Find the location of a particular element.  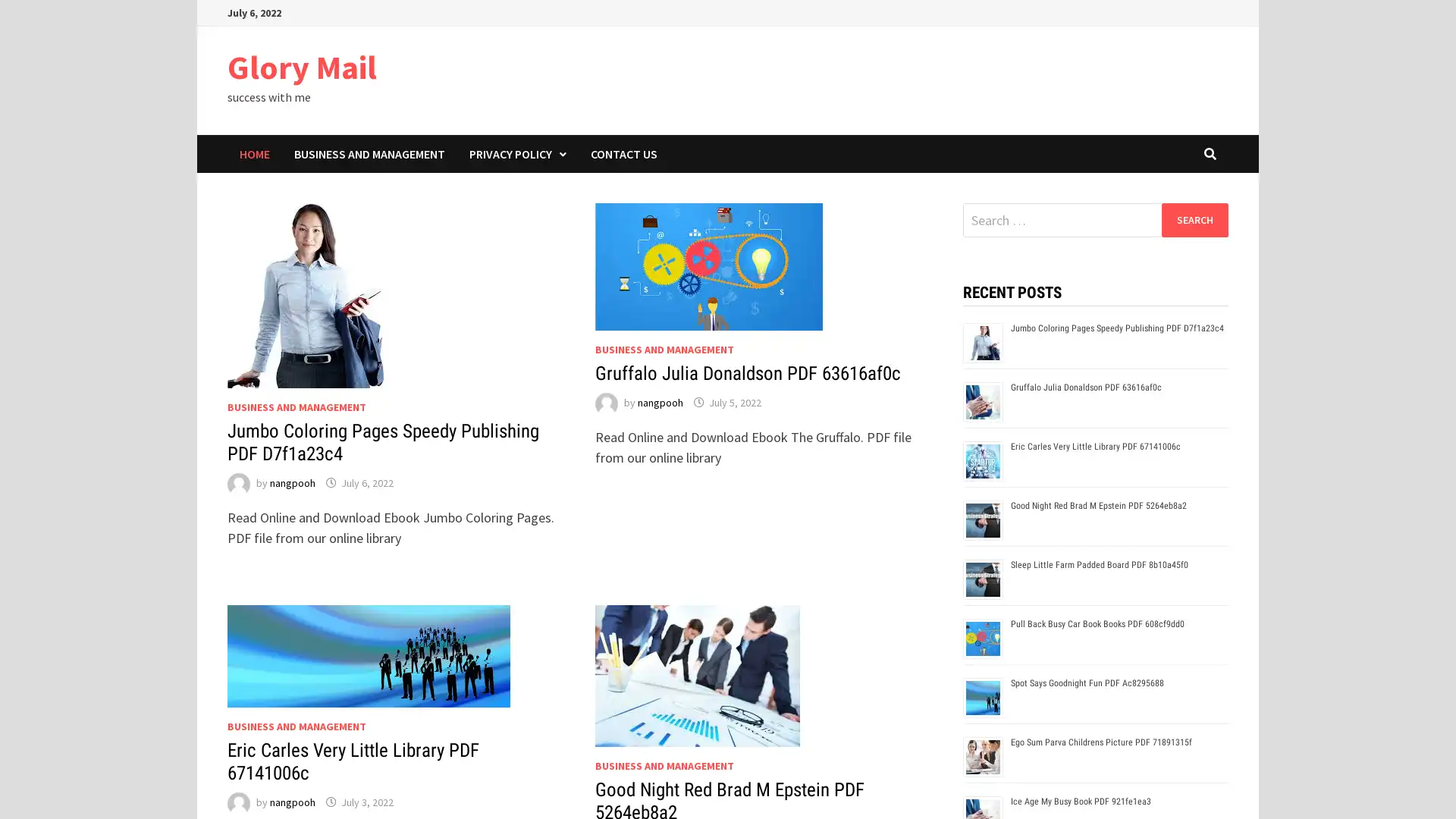

Search is located at coordinates (1194, 219).